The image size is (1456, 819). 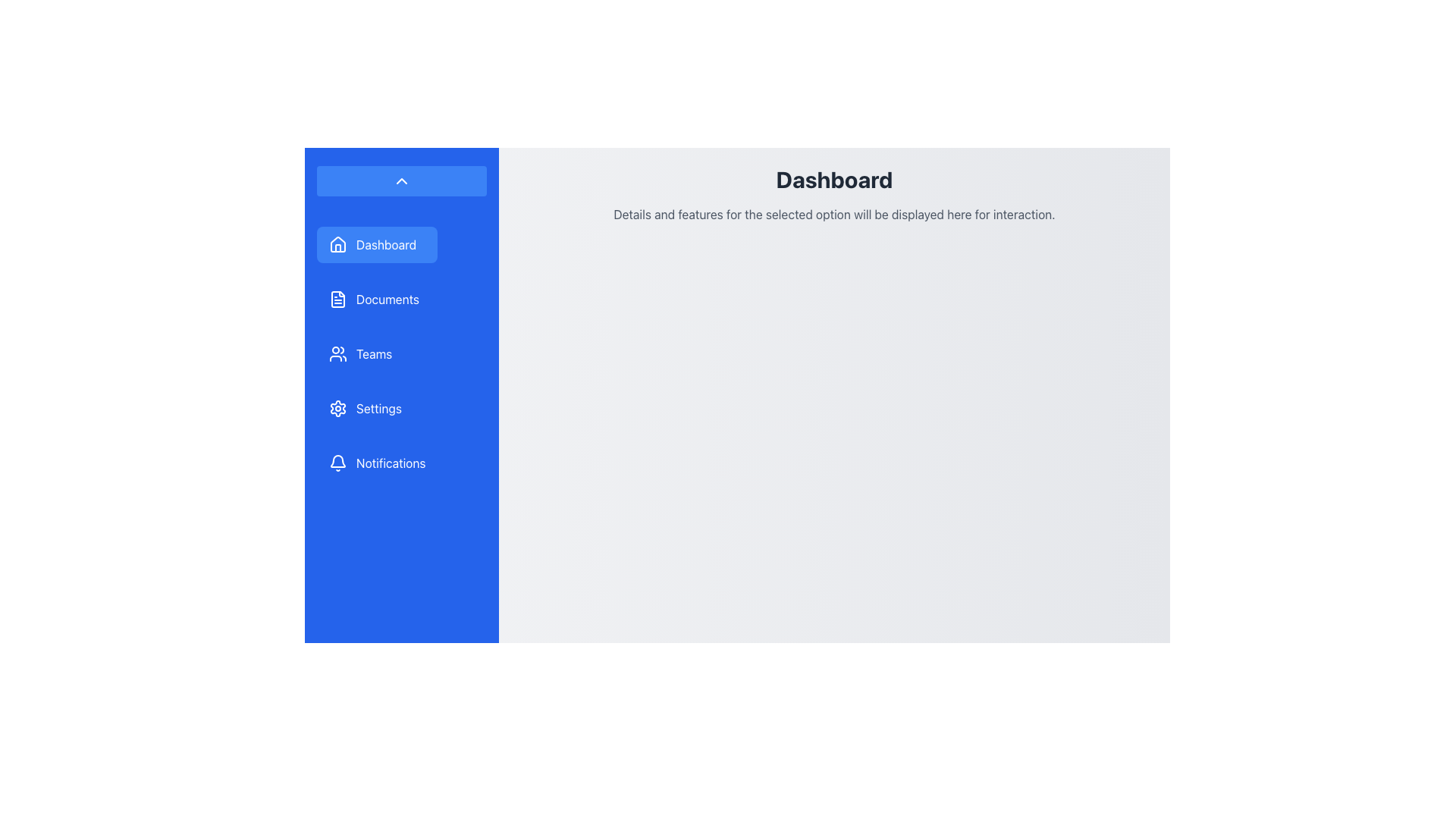 I want to click on the bell icon, which is styled with a thin outline and represents a notification symbol, located within the blue rectangular area in the vertical navigation bar to the left of the 'Notifications' text, so click(x=337, y=462).